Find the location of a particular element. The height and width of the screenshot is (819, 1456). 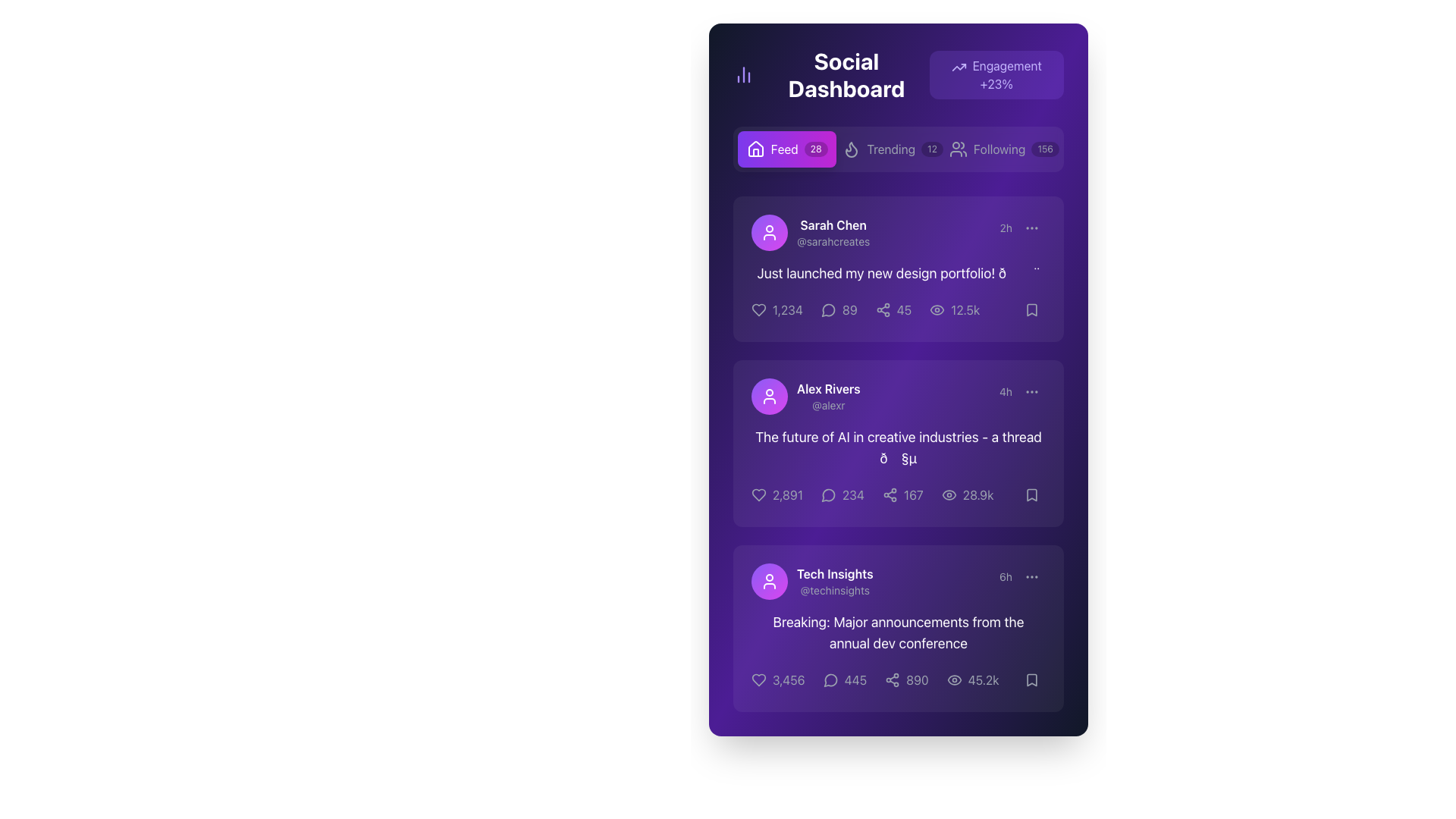

the bookmark icon styled with an outlined design, resembling an open book, located in the bottom-right corner of the 'Tech Insights' post card to bookmark the post is located at coordinates (1031, 679).